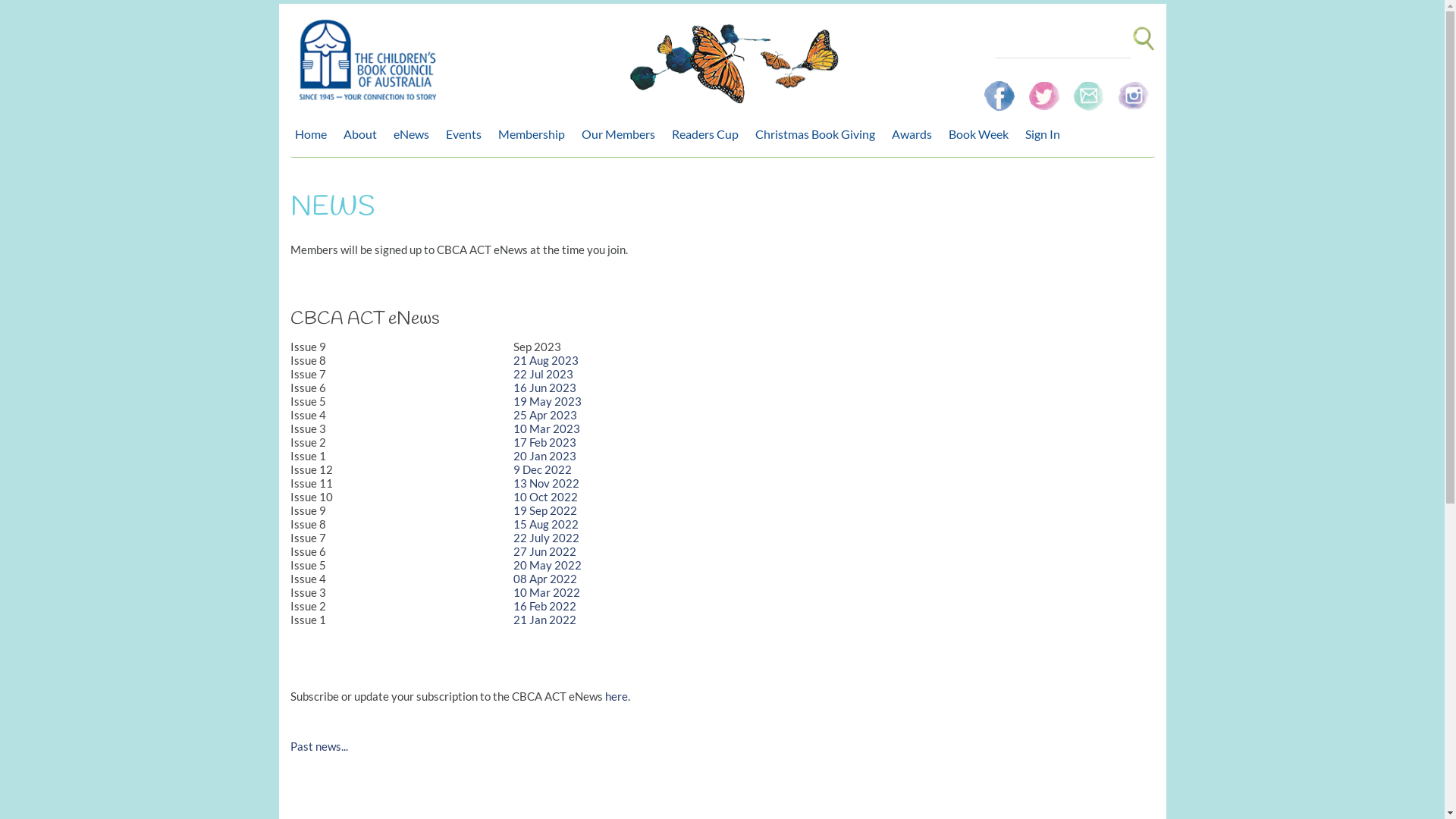  I want to click on '16 Jun 2023', so click(544, 386).